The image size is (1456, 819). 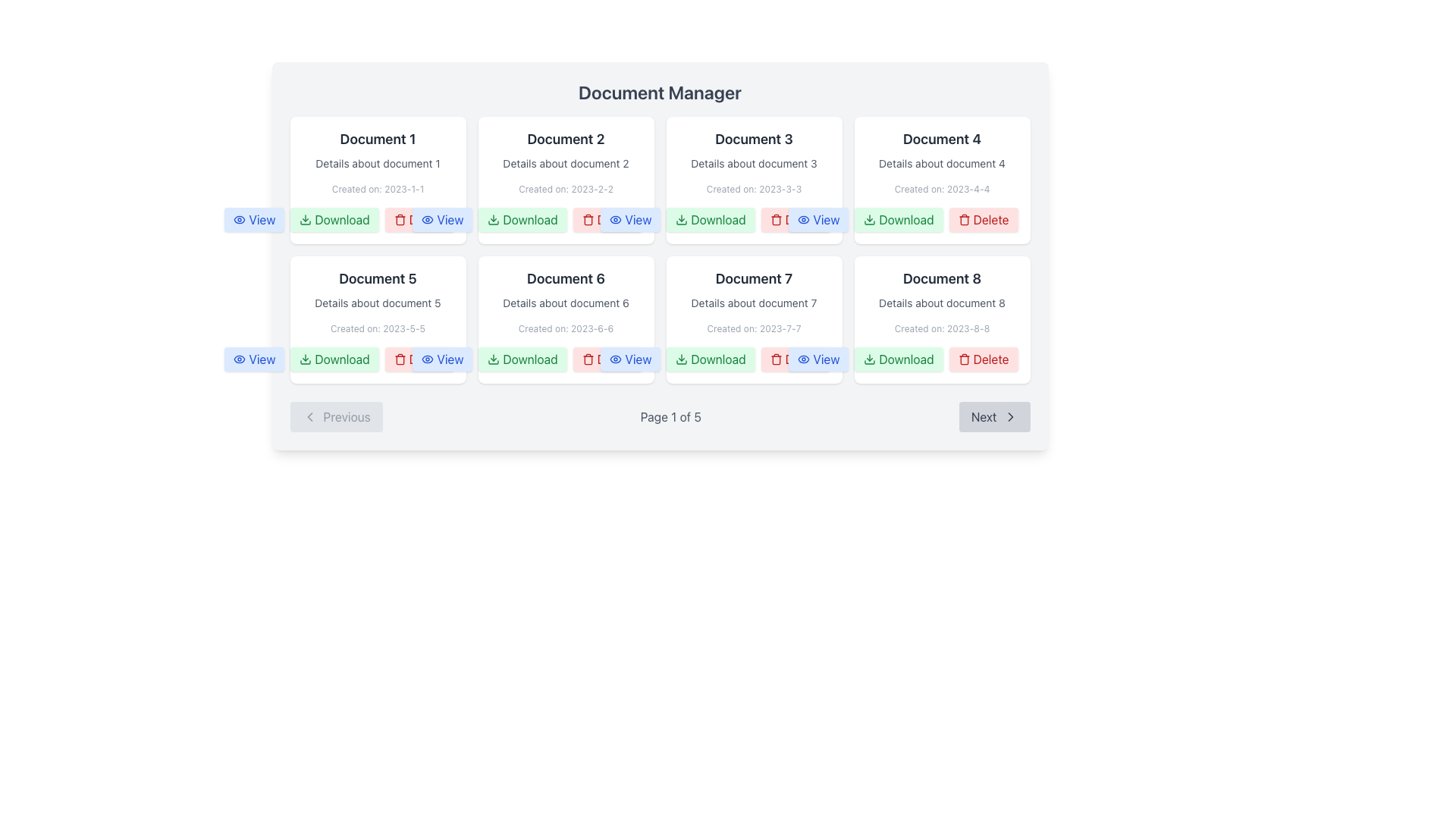 What do you see at coordinates (565, 328) in the screenshot?
I see `the static text label providing metadata about the creation date of Document 6, located below 'Details about document 6' and above the action buttons` at bounding box center [565, 328].